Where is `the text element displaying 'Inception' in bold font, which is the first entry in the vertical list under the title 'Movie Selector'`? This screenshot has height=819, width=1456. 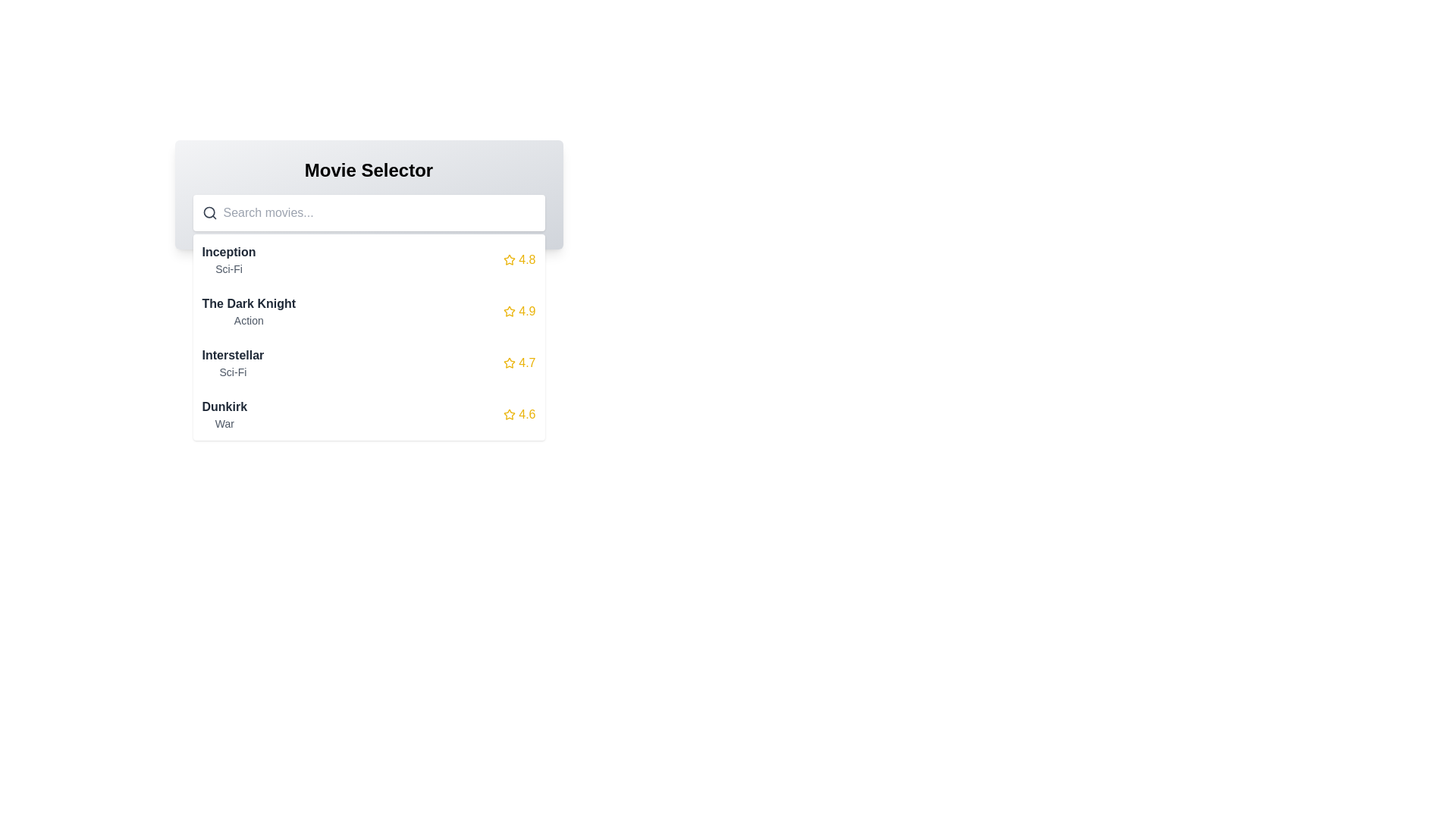 the text element displaying 'Inception' in bold font, which is the first entry in the vertical list under the title 'Movie Selector' is located at coordinates (228, 251).